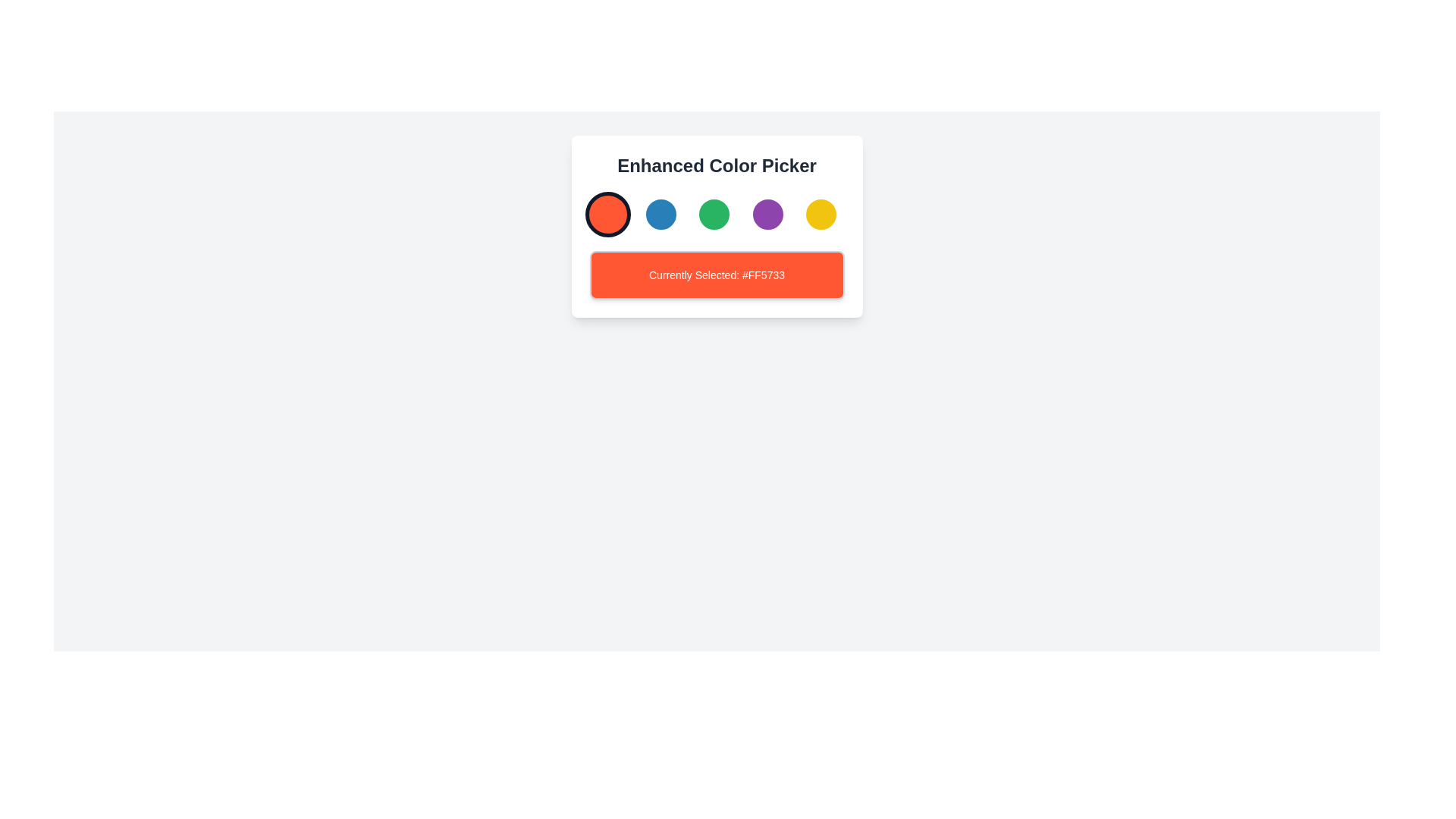  Describe the element at coordinates (716, 214) in the screenshot. I see `the third circular button in the 'Enhanced Color Picker'` at that location.